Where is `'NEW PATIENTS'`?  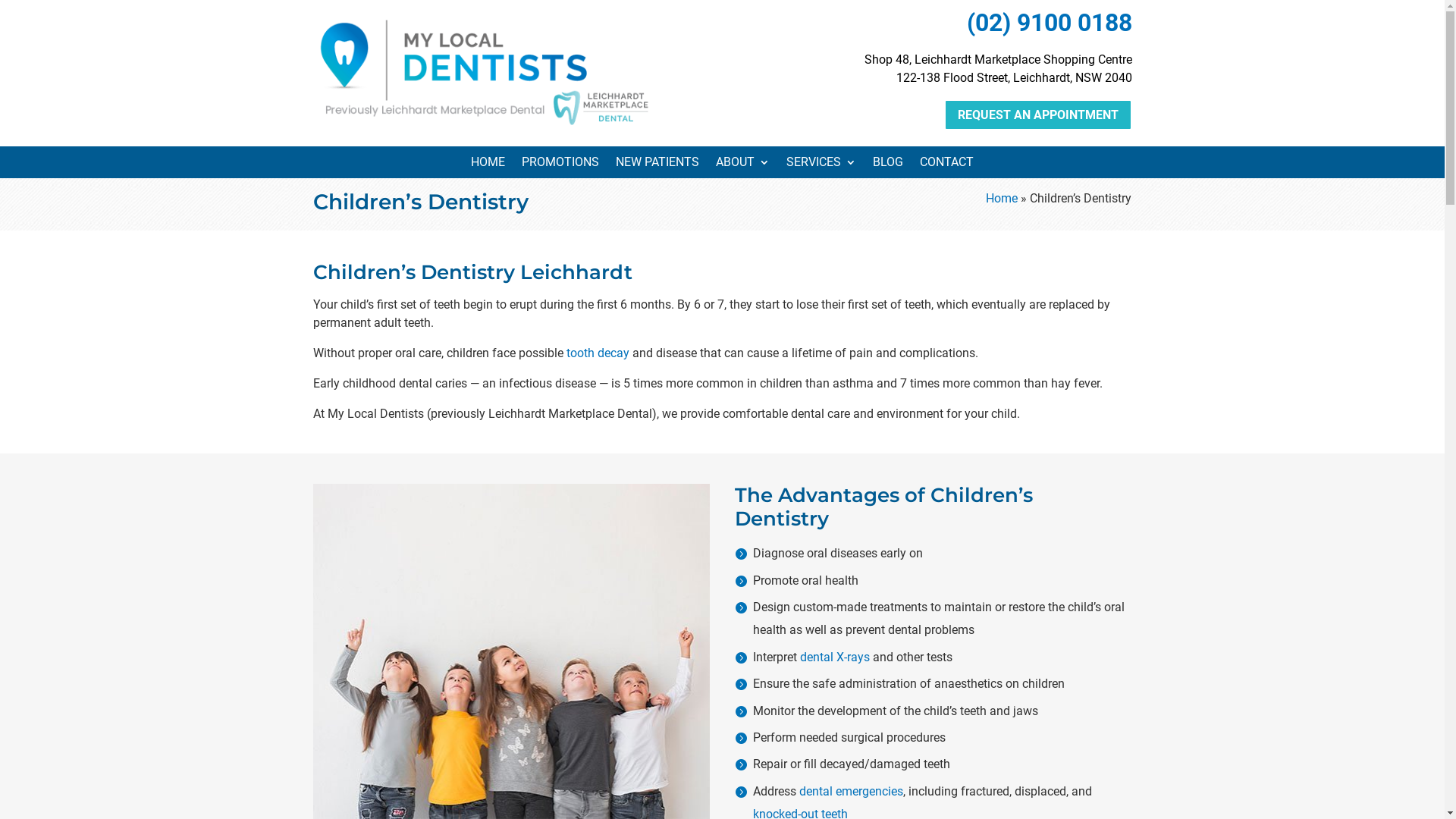
'NEW PATIENTS' is located at coordinates (615, 165).